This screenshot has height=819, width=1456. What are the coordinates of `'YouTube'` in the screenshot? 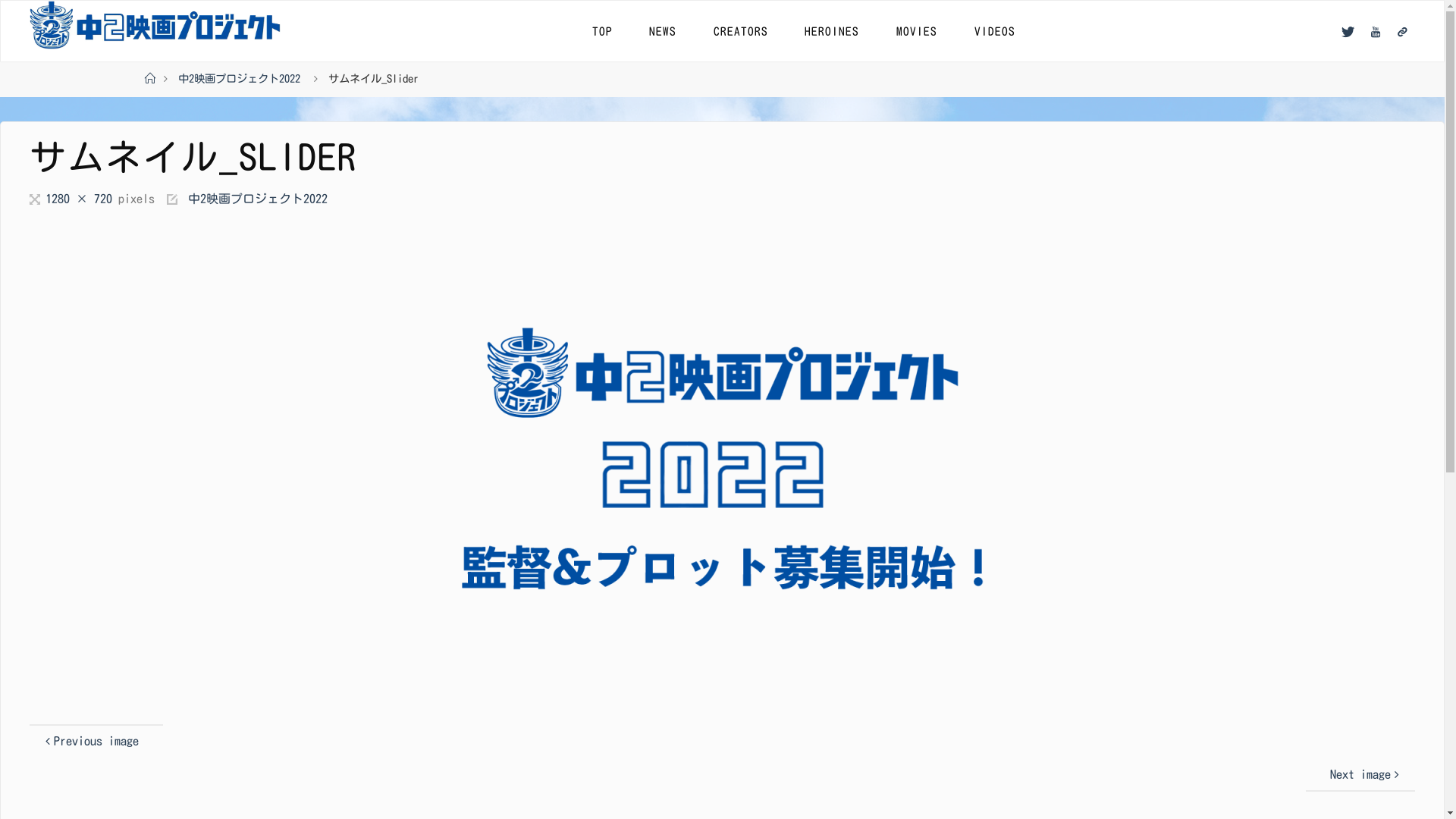 It's located at (1362, 31).